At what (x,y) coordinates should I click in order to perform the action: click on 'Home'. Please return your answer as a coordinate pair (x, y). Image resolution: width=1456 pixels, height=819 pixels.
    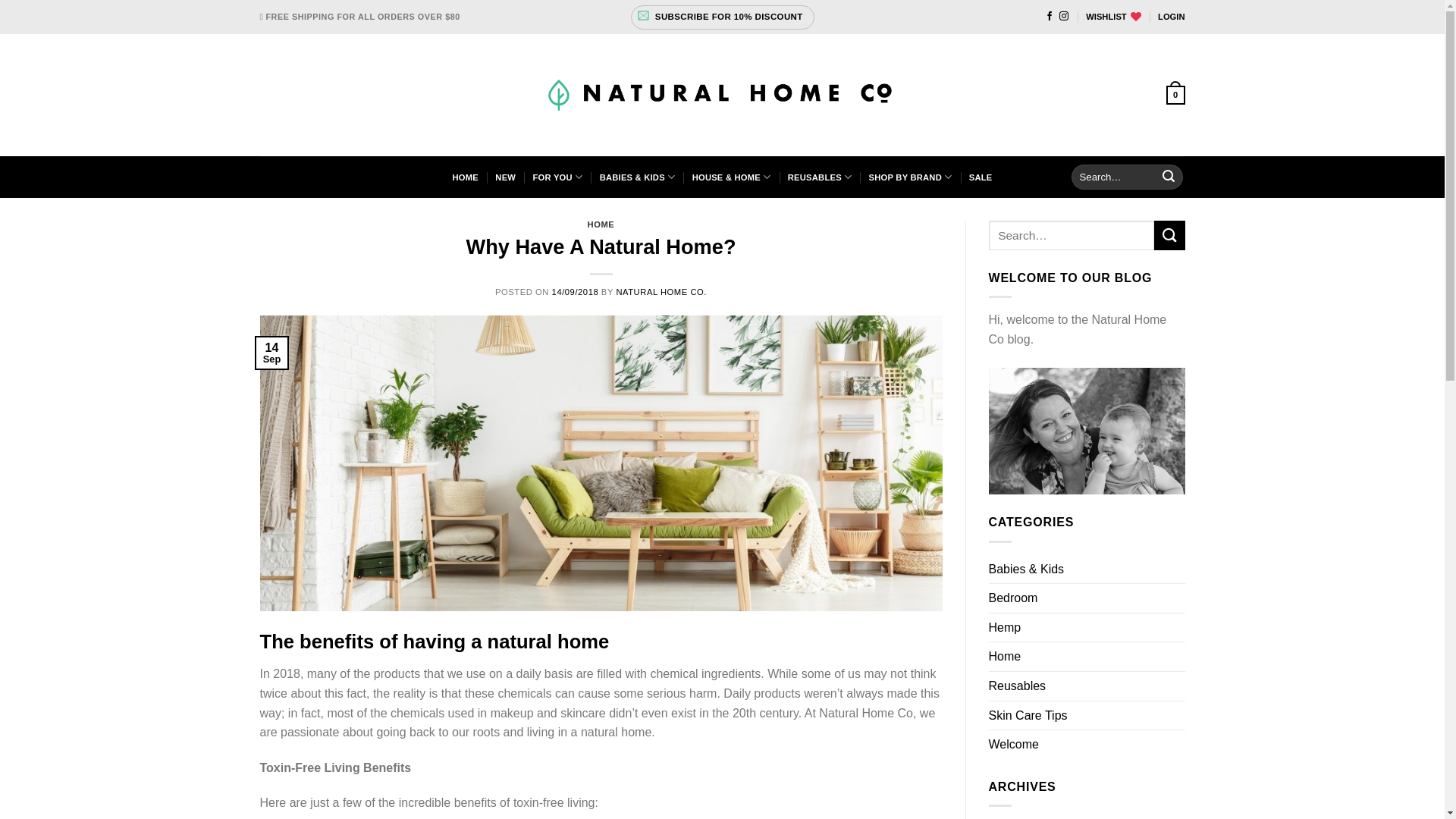
    Looking at the image, I should click on (989, 656).